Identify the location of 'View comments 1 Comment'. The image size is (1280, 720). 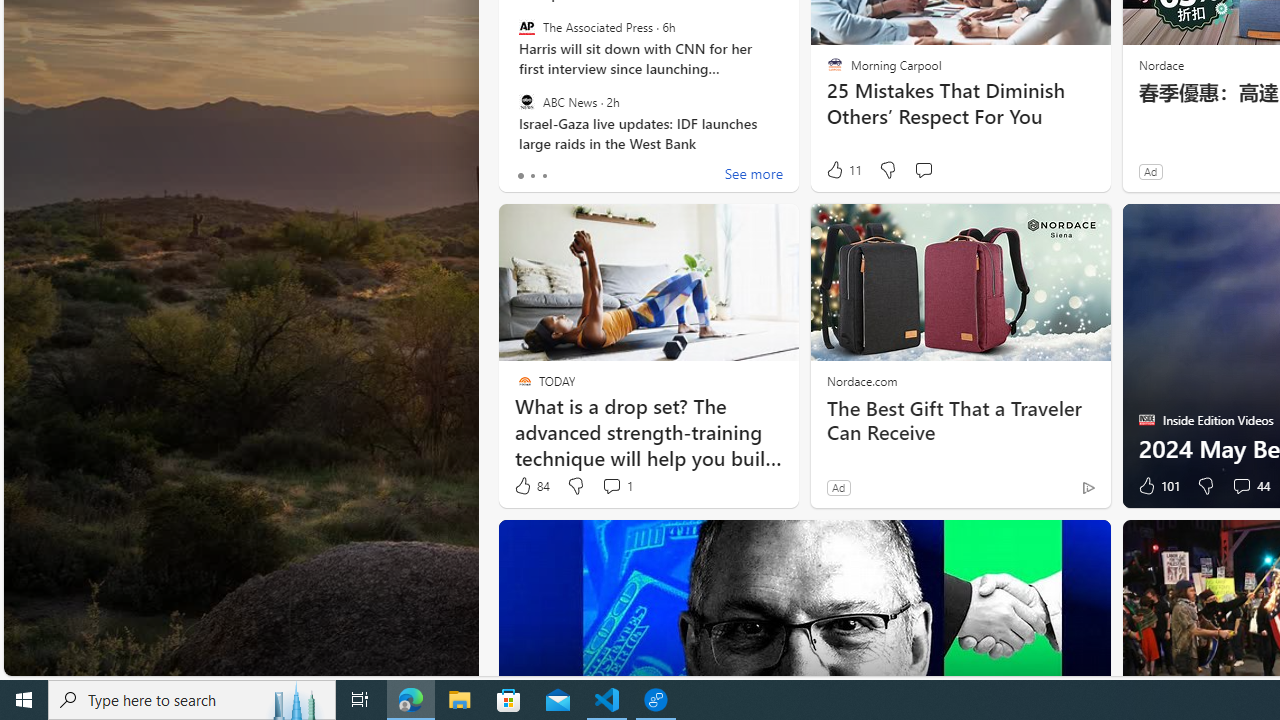
(615, 486).